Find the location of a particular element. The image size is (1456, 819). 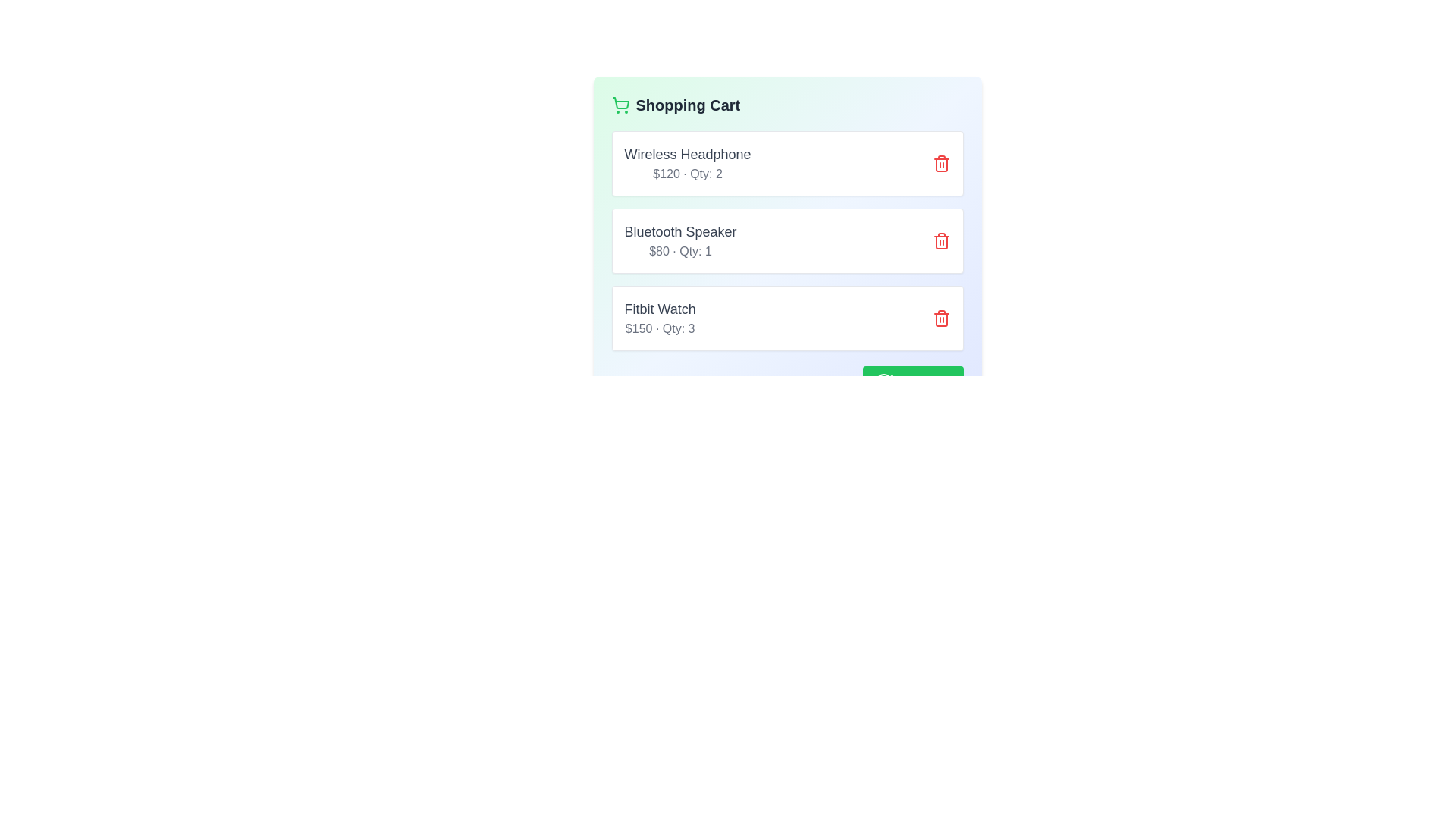

delete button next to the item Fitbit Watch to remove it from the cart is located at coordinates (940, 318).